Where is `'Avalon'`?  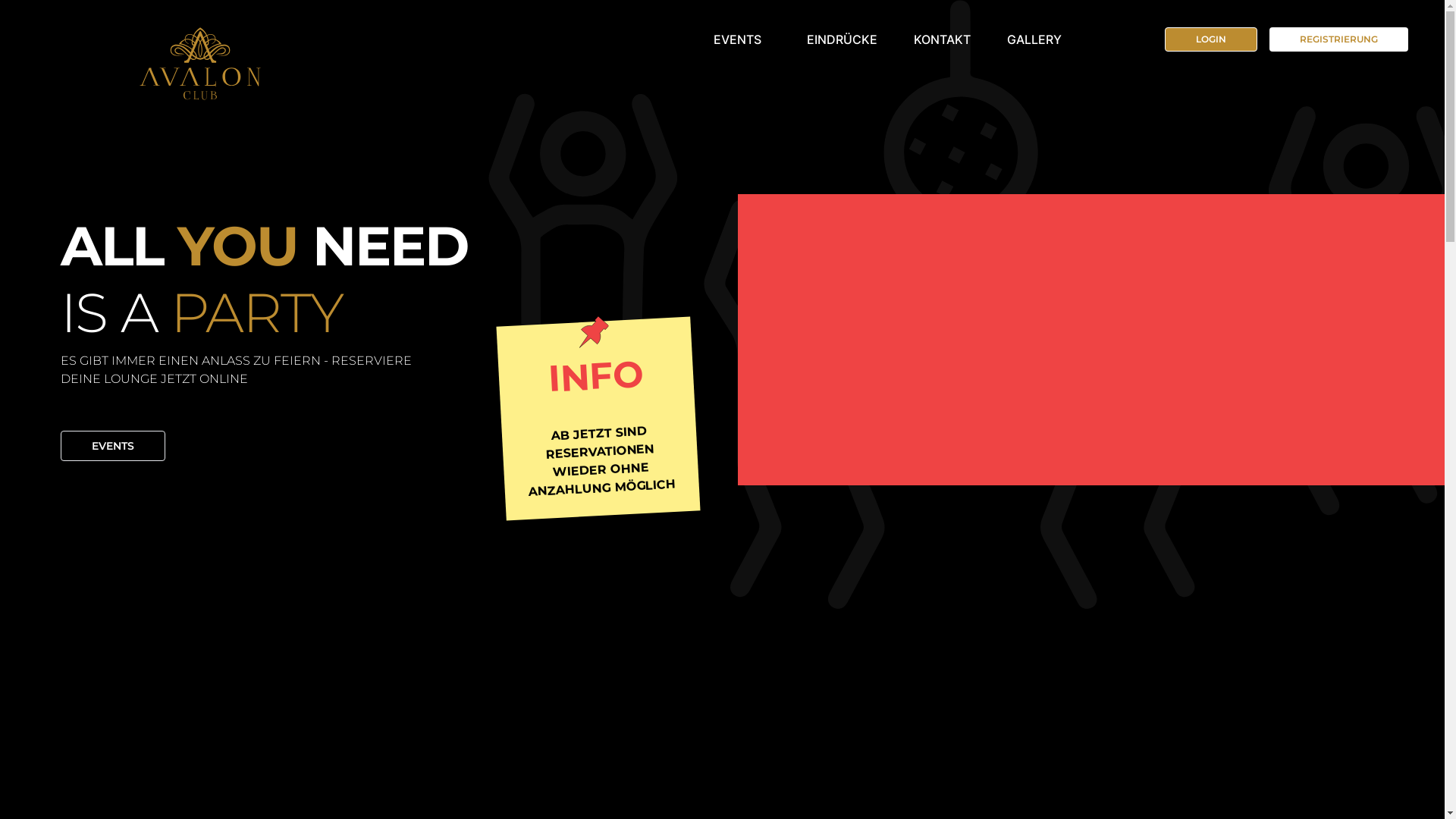
'Avalon' is located at coordinates (146, 60).